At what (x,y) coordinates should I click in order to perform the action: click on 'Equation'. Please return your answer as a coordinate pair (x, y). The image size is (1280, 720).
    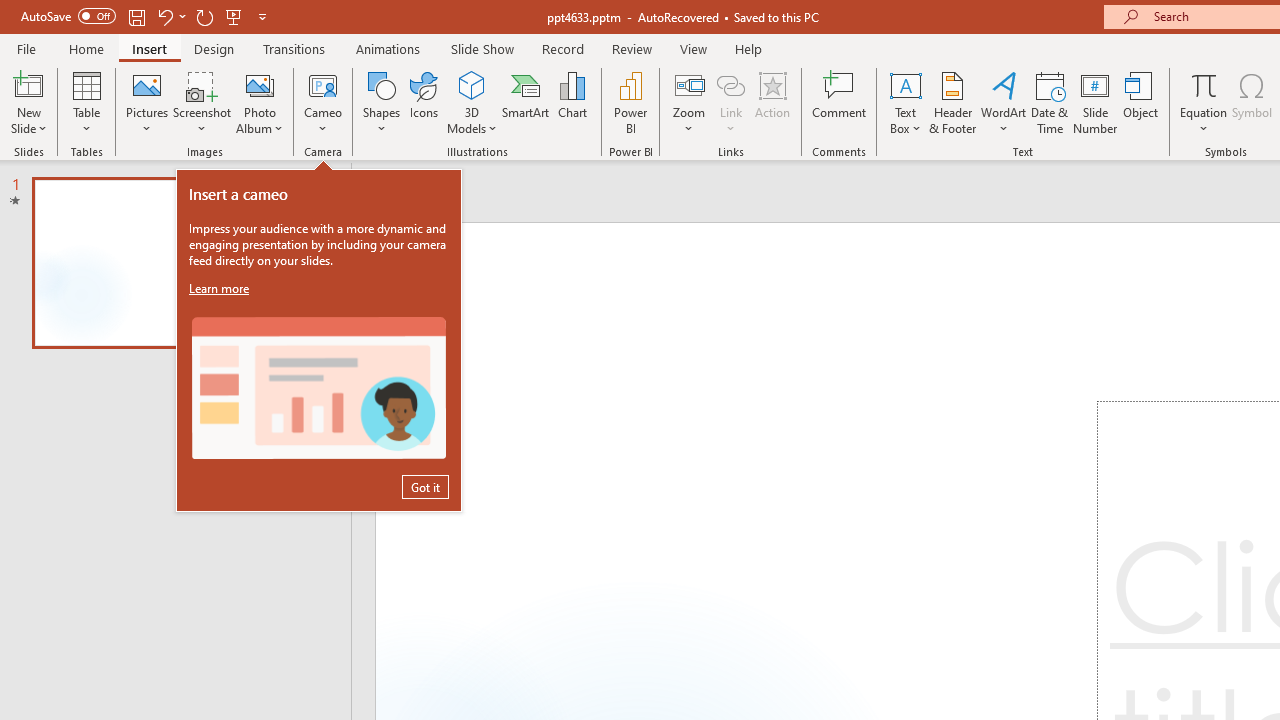
    Looking at the image, I should click on (1202, 84).